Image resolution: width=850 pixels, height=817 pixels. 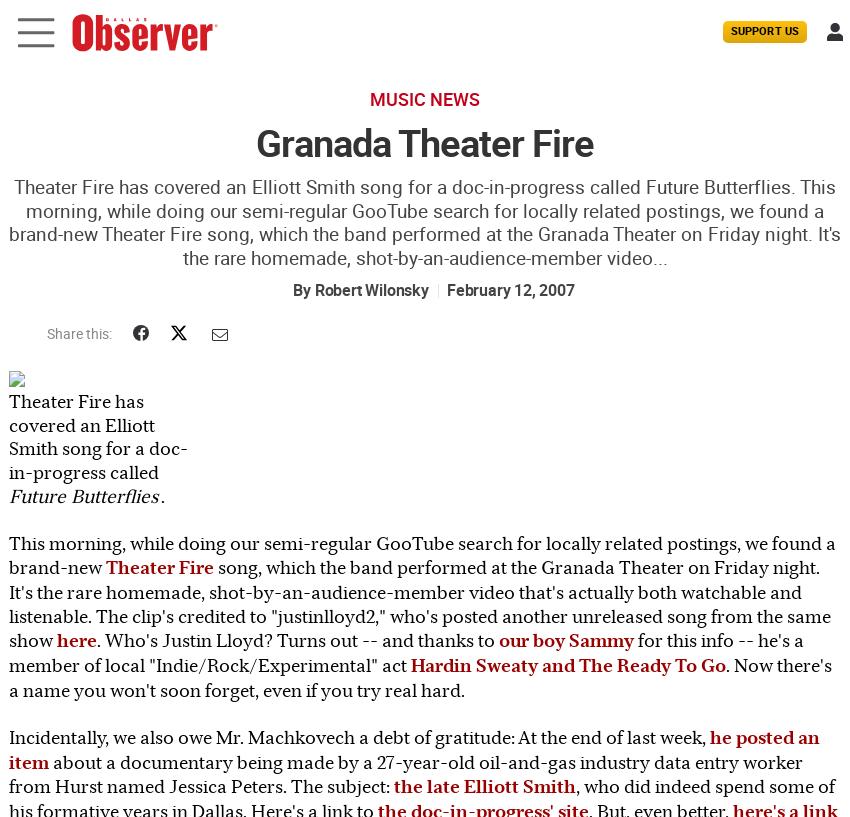 I want to click on 'Support Us', so click(x=729, y=30).